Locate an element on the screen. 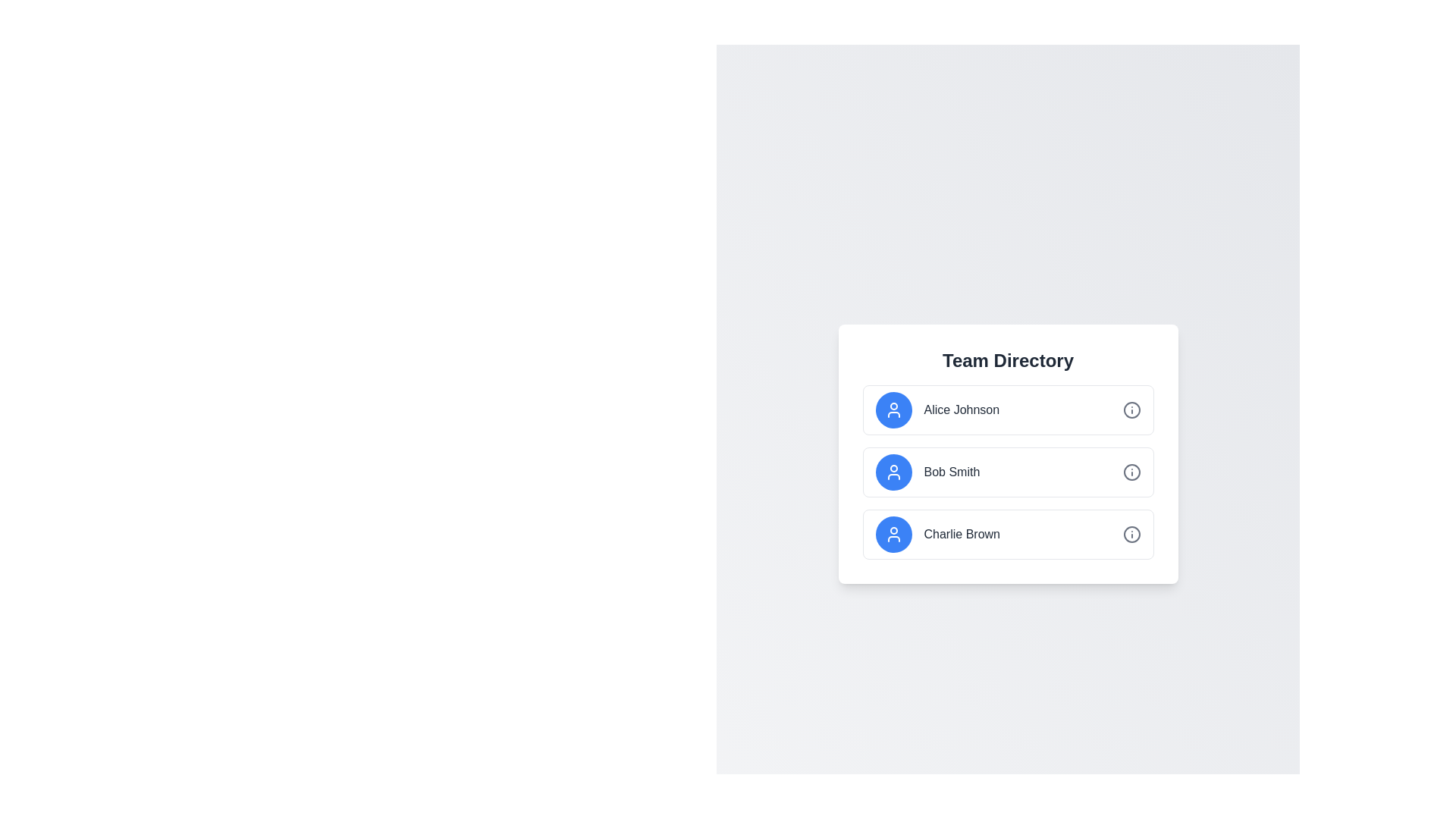  the static textual header that provides context and a title for the directory of team members, positioned above the names 'Alice Johnson', 'Bob Smith', and 'Charlie Brown' is located at coordinates (1008, 360).